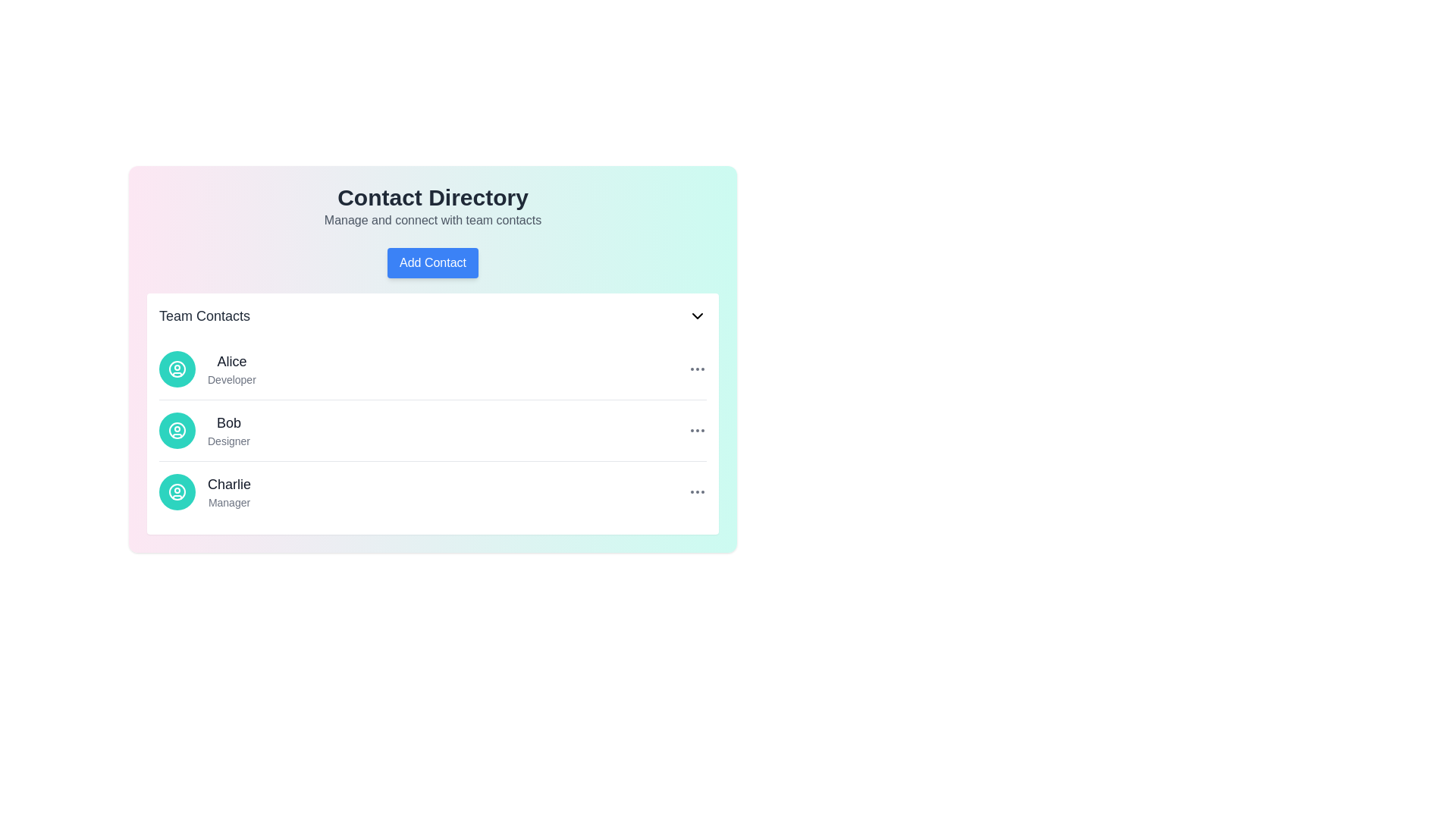 The width and height of the screenshot is (1456, 819). What do you see at coordinates (177, 430) in the screenshot?
I see `the outermost circular UI component of the profile icon for user 'Bob' in the contact list` at bounding box center [177, 430].